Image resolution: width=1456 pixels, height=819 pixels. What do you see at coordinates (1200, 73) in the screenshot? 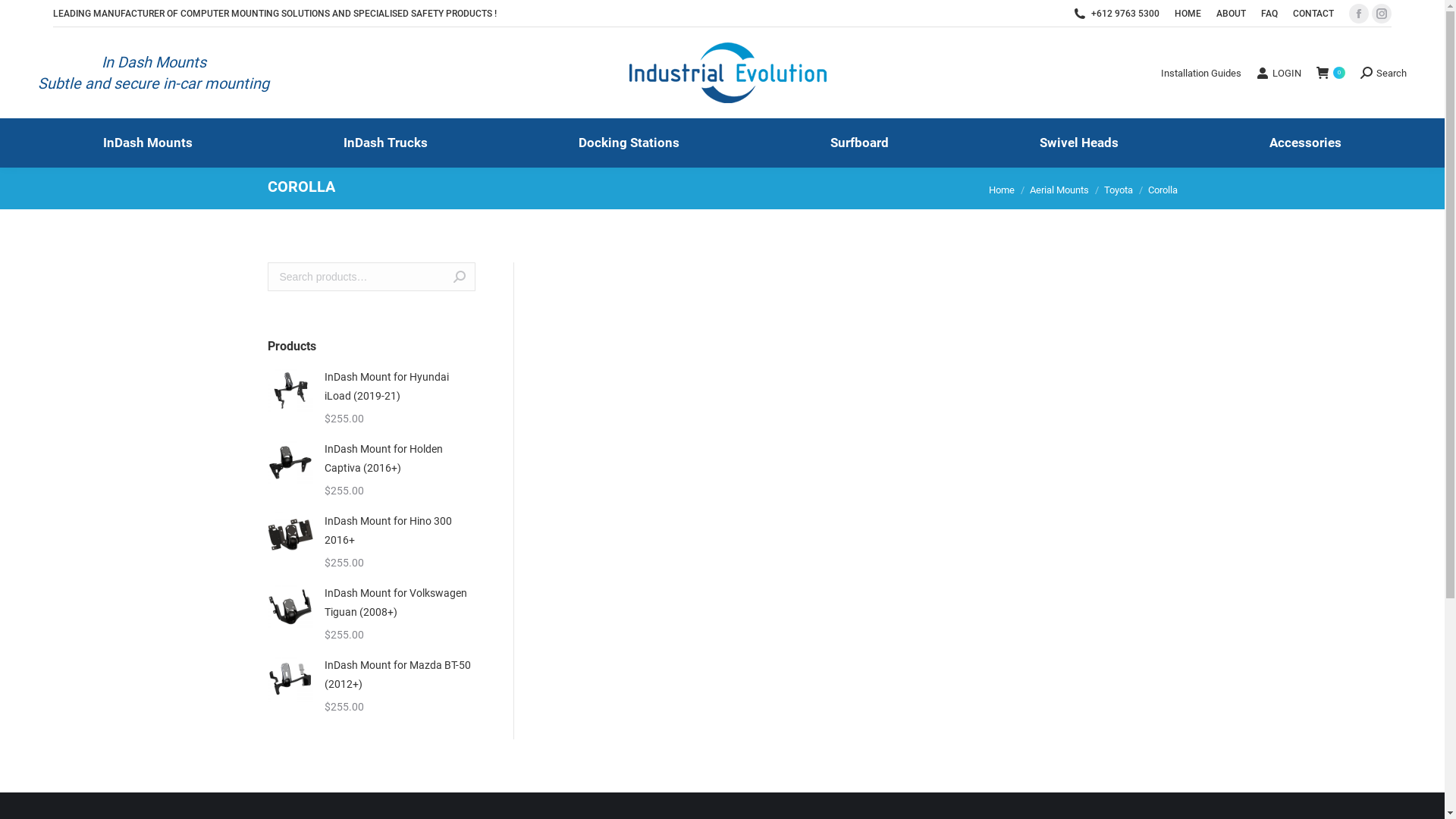
I see `'Installation Guides'` at bounding box center [1200, 73].